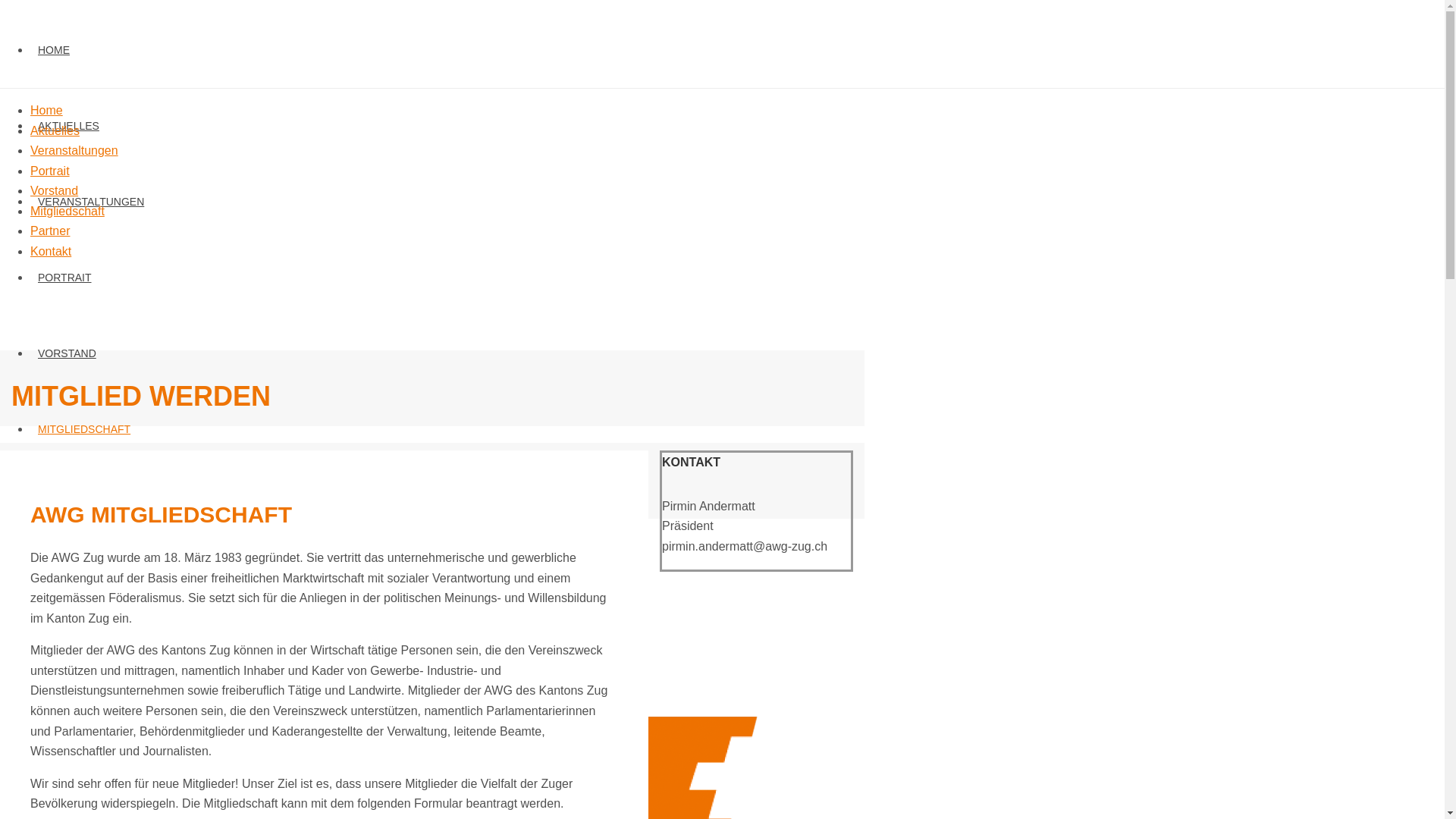 The width and height of the screenshot is (1456, 819). I want to click on 'VORSTAND', so click(30, 353).